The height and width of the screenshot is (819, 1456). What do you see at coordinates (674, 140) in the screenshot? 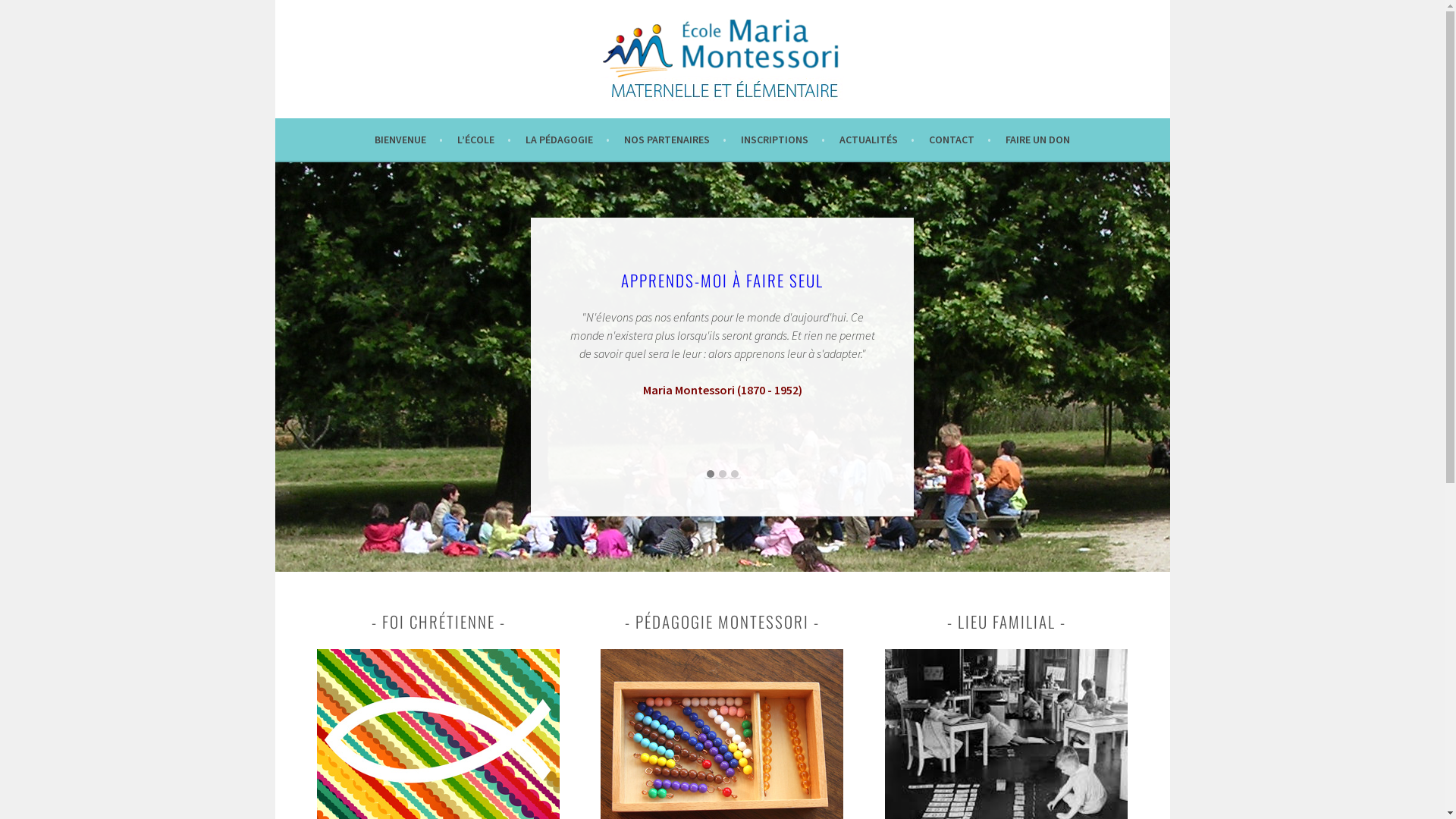
I see `'NOS PARTENAIRES'` at bounding box center [674, 140].